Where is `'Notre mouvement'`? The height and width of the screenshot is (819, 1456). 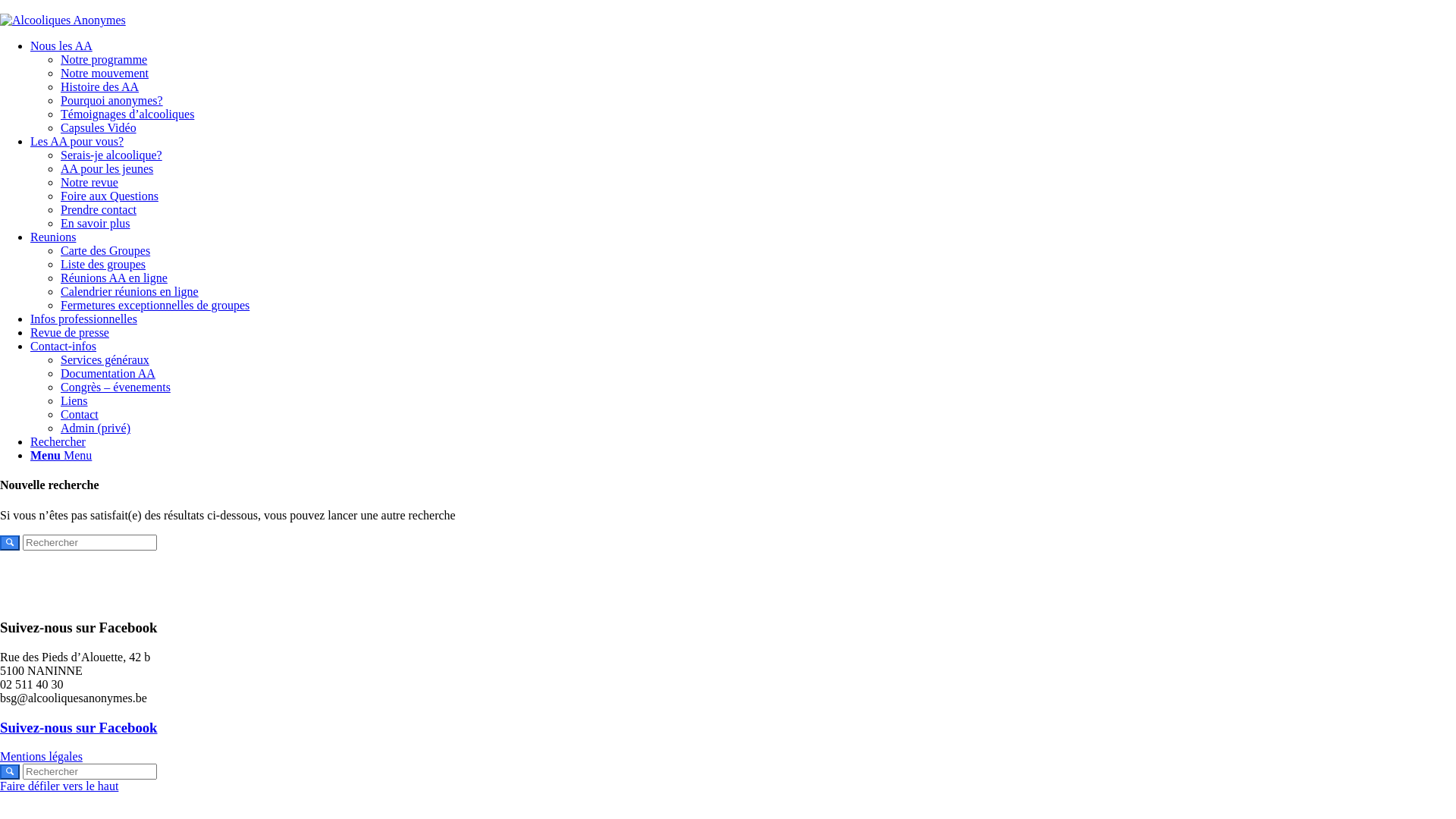 'Notre mouvement' is located at coordinates (104, 73).